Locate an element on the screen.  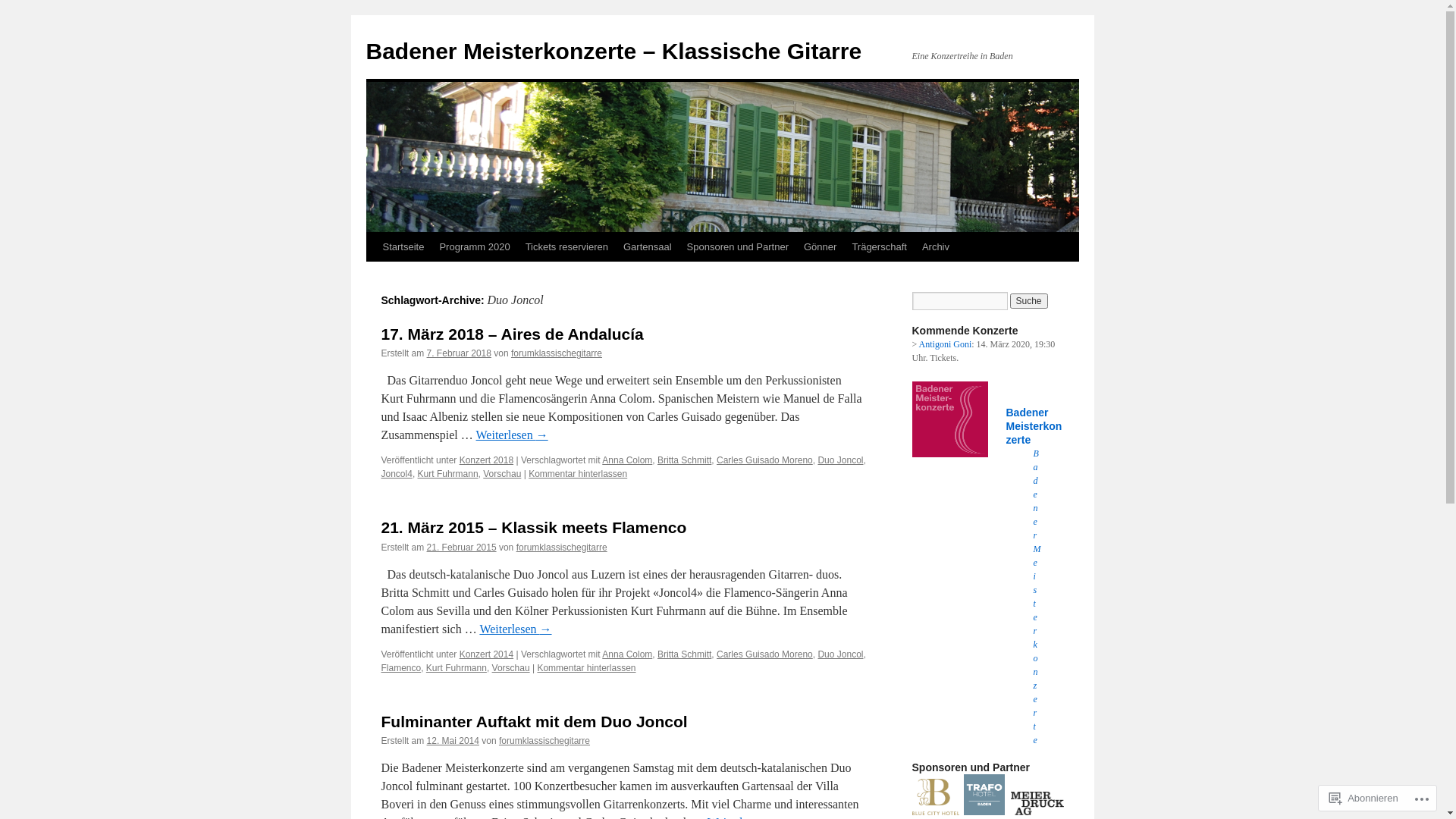
'forumklassischegitarre' is located at coordinates (560, 547).